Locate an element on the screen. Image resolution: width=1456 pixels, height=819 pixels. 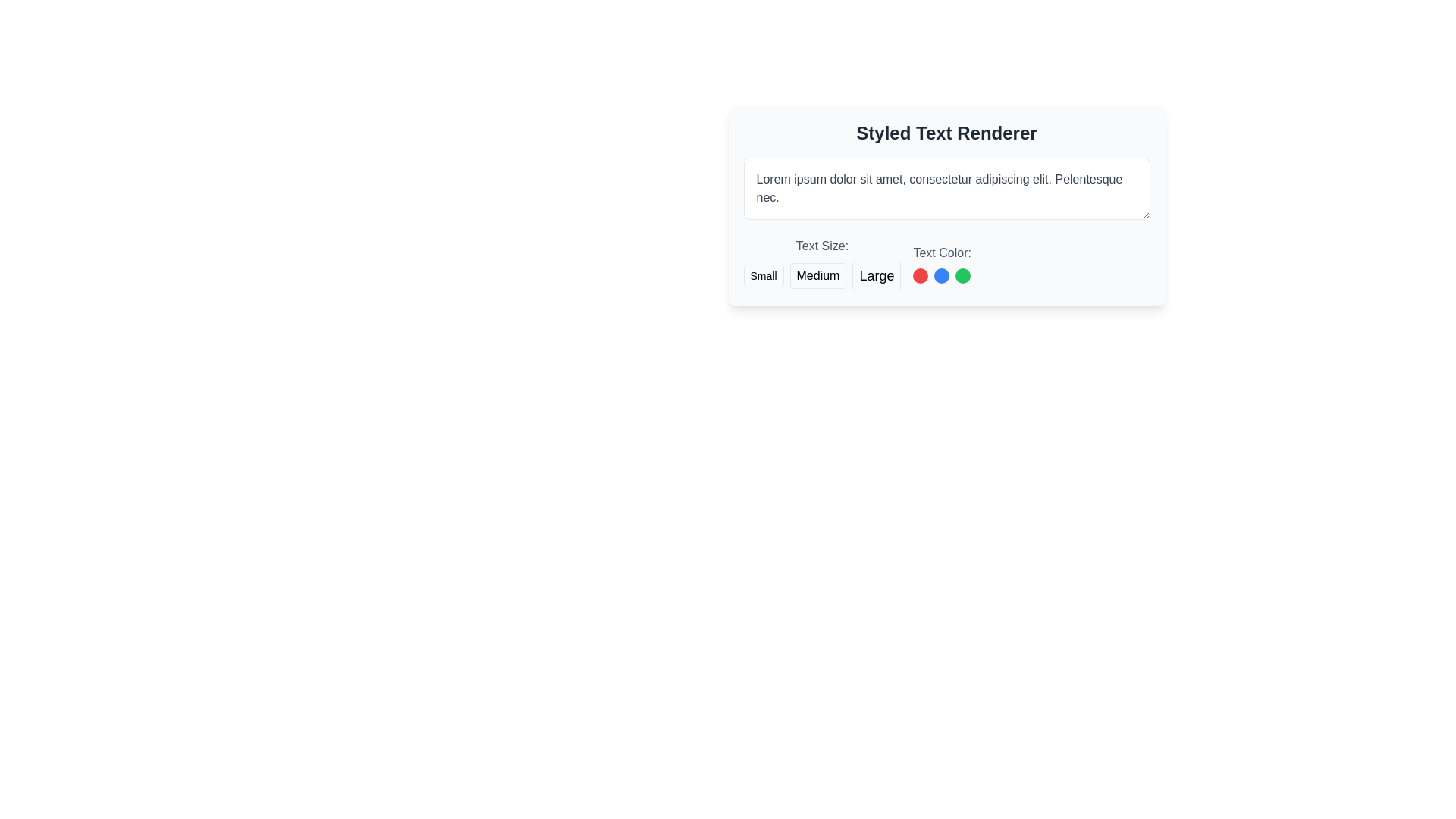
the 'Small' button, which is the first button in a horizontal row for text size selection is located at coordinates (764, 275).